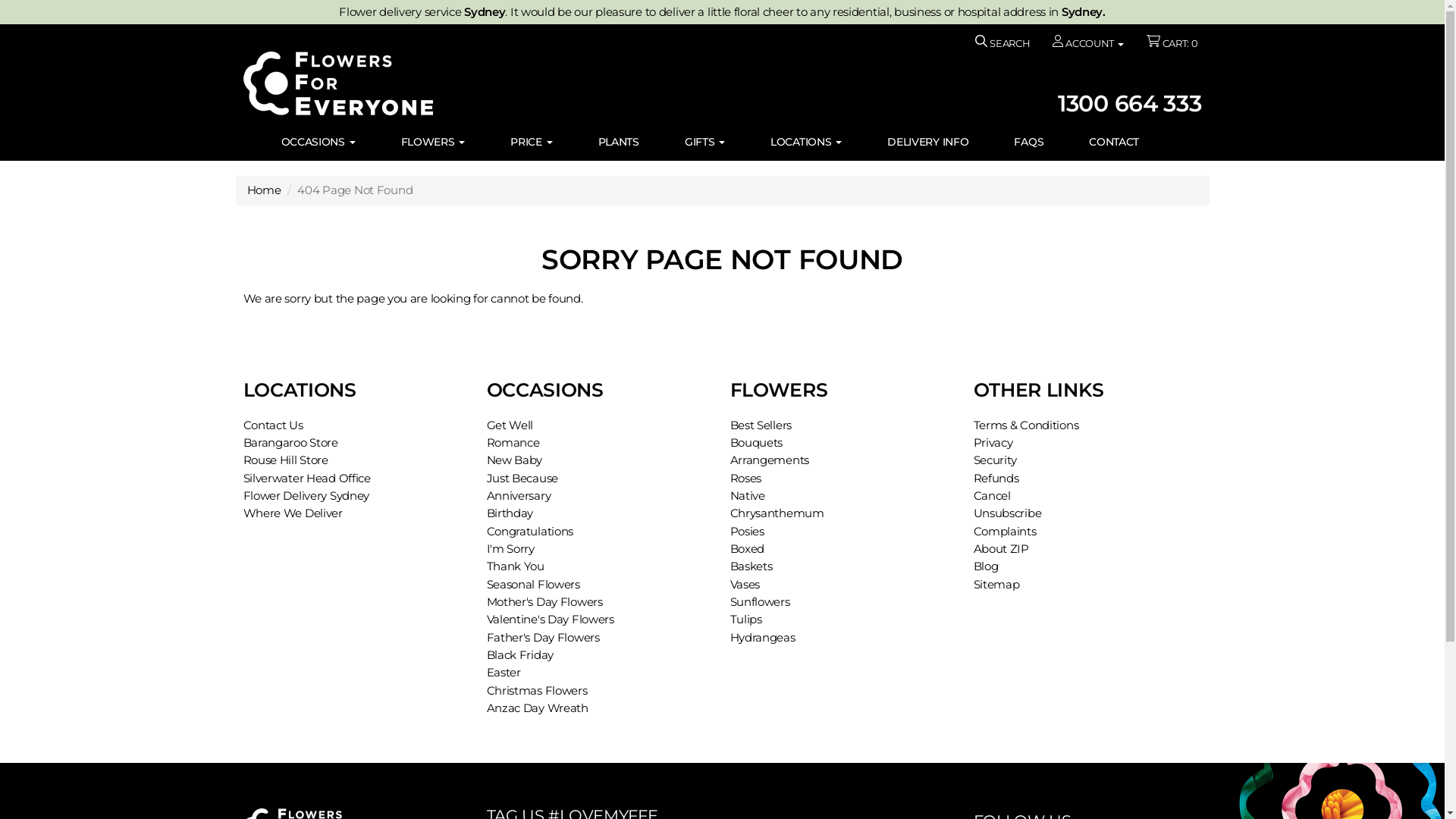 The width and height of the screenshot is (1456, 819). Describe the element at coordinates (290, 442) in the screenshot. I see `'Barangaroo Store'` at that location.